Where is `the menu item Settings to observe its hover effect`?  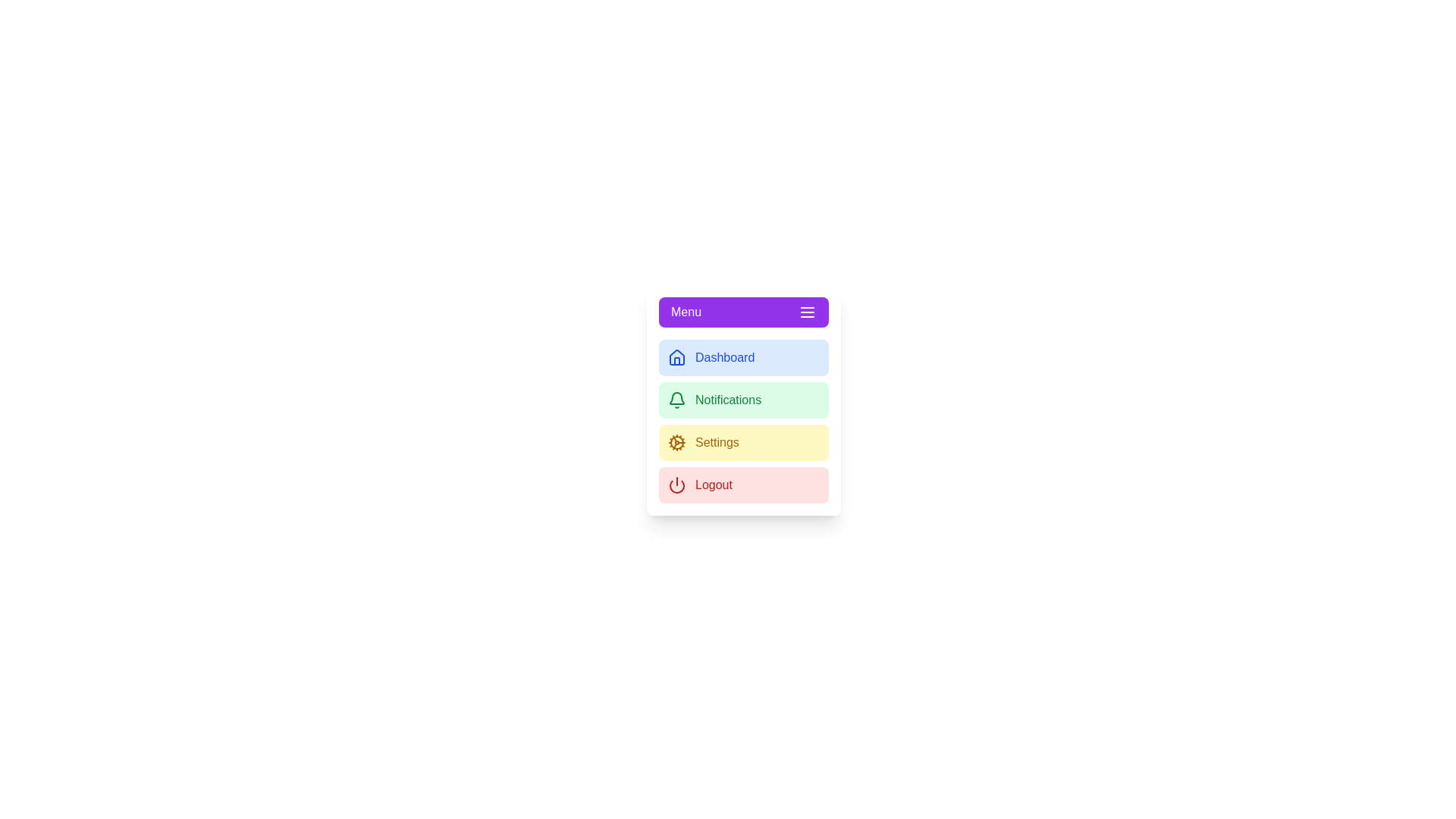
the menu item Settings to observe its hover effect is located at coordinates (743, 442).